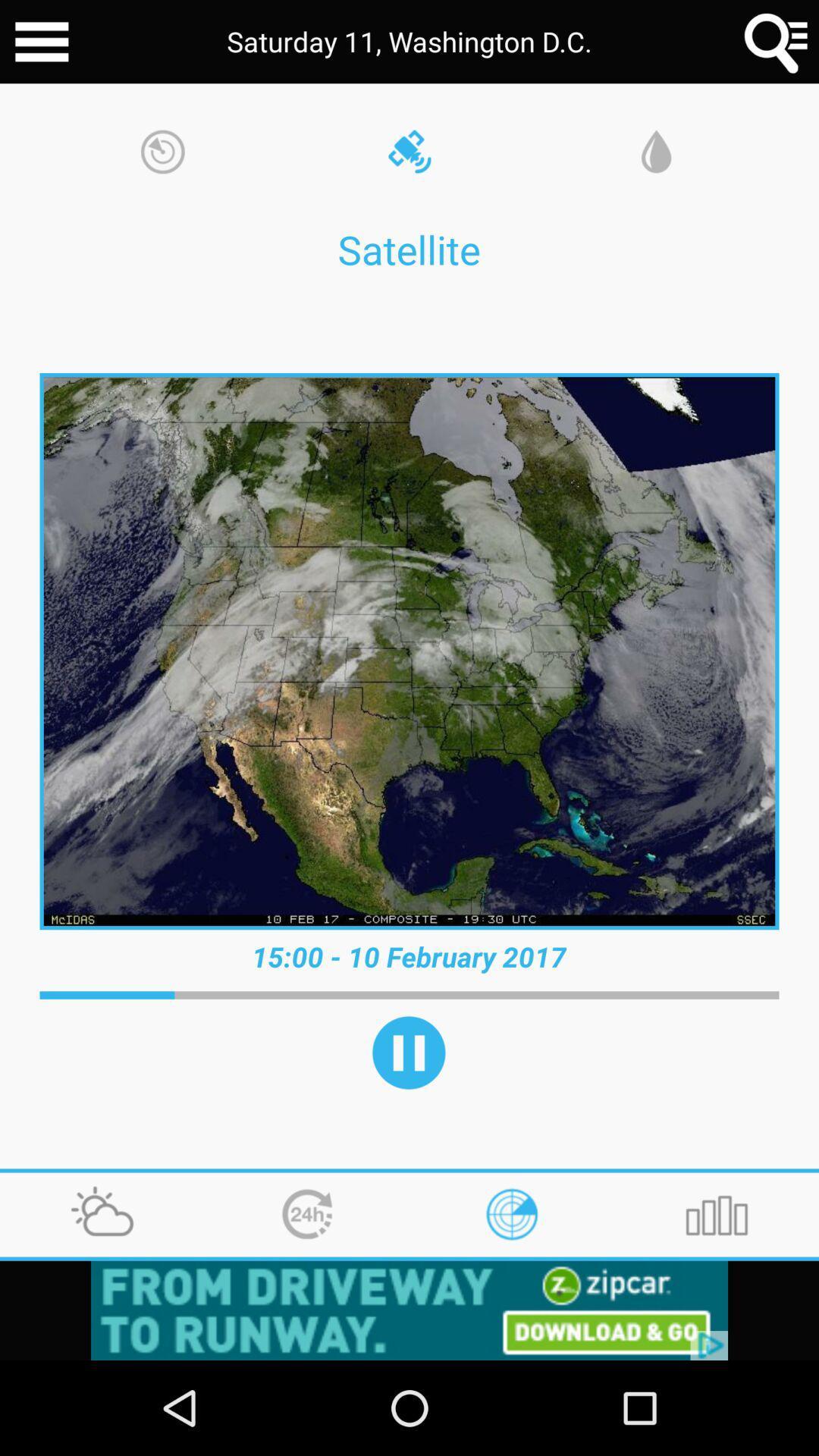  Describe the element at coordinates (409, 651) in the screenshot. I see `the image` at that location.